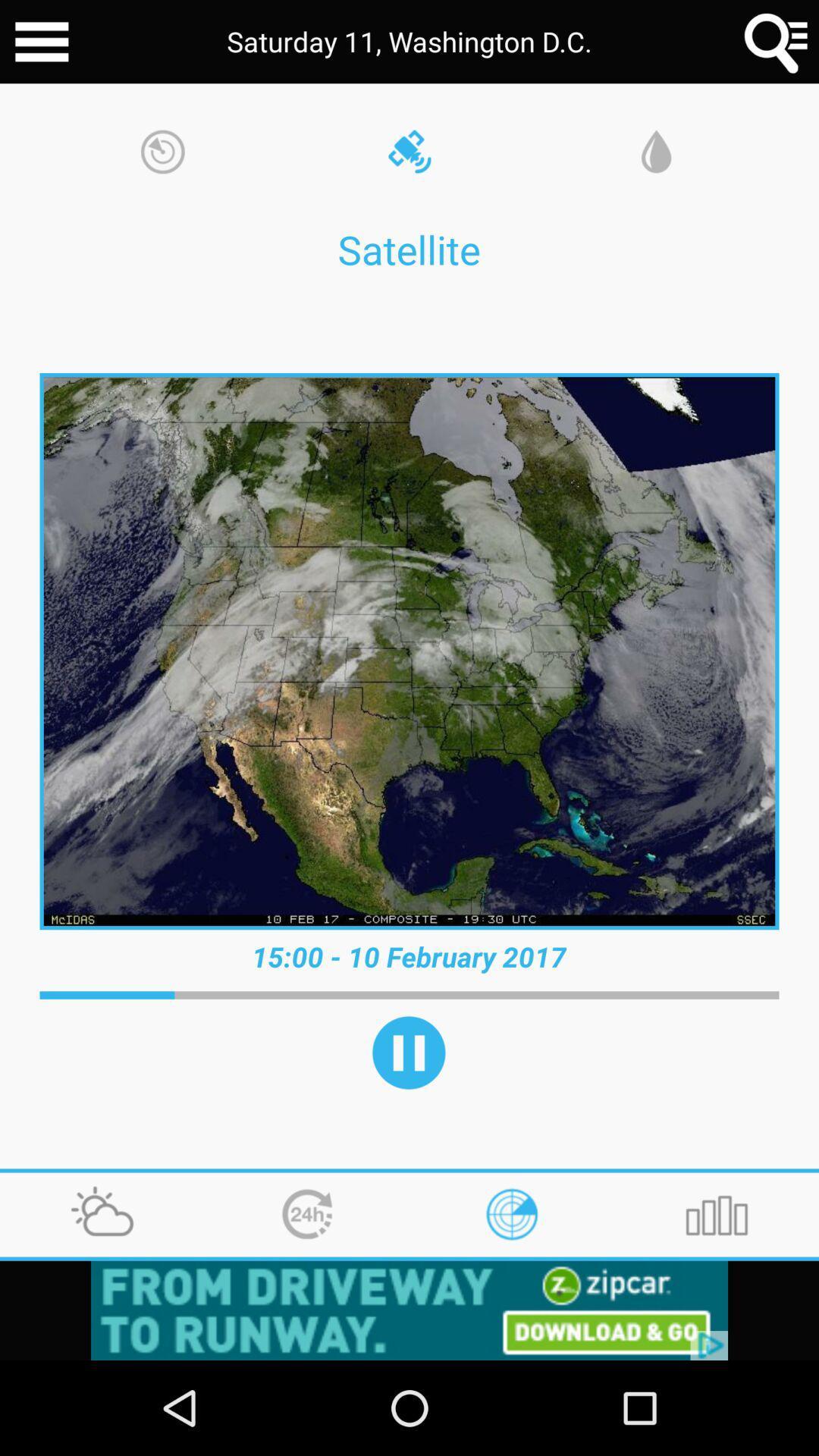  Describe the element at coordinates (409, 651) in the screenshot. I see `the image` at that location.